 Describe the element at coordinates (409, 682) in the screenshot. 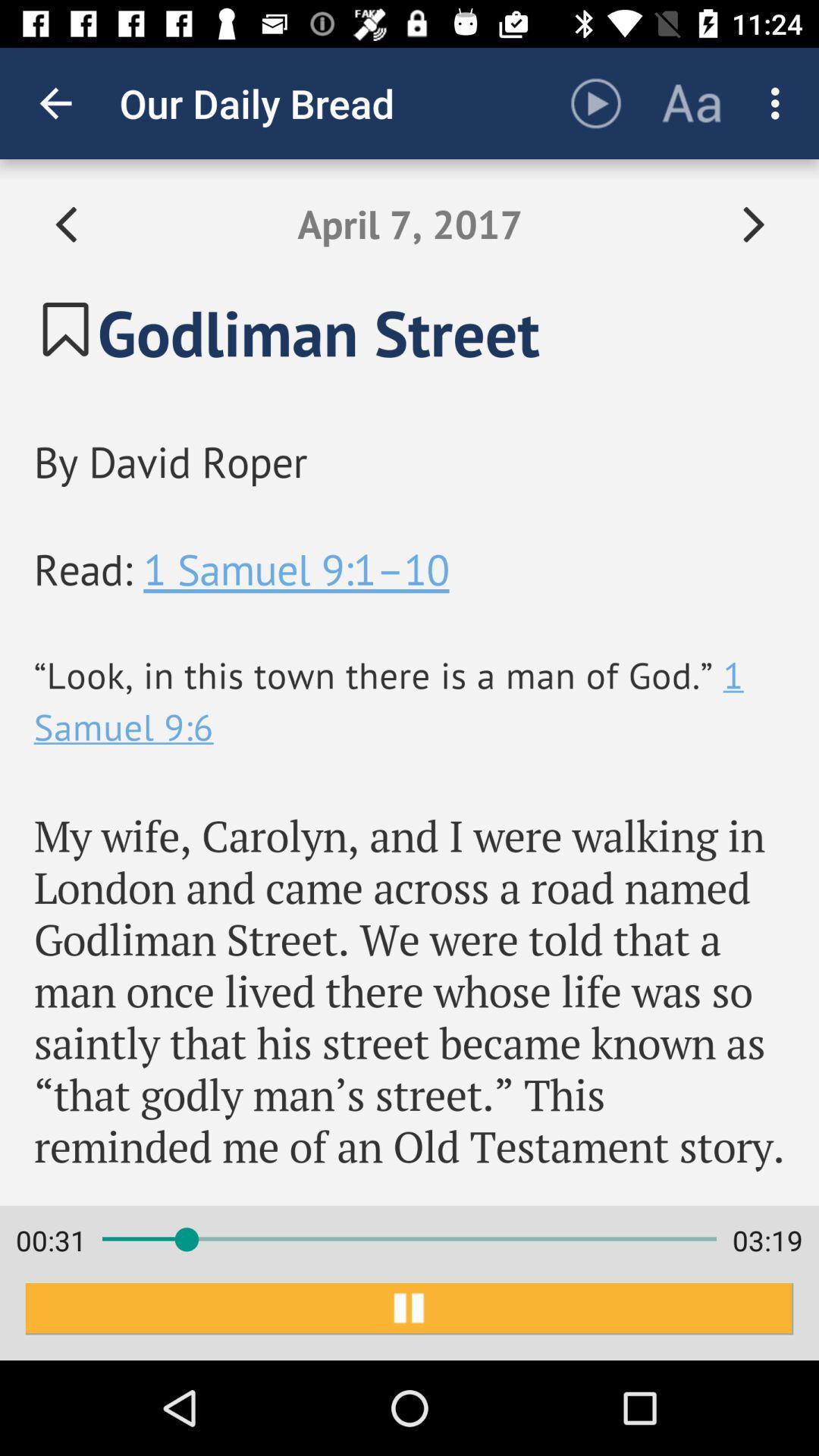

I see `the item above 00:32` at that location.